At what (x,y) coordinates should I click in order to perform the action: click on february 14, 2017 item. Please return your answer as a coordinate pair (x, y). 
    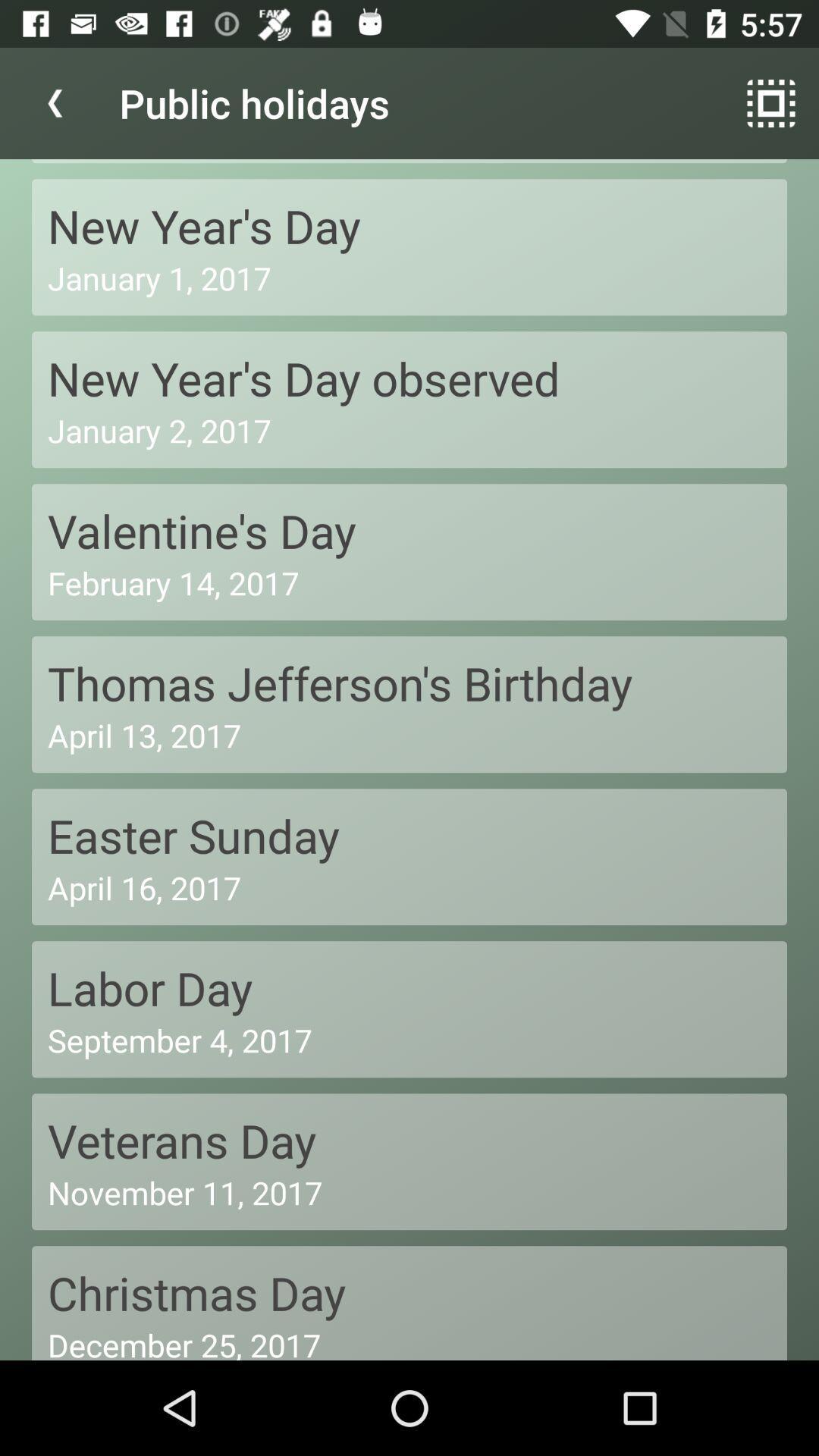
    Looking at the image, I should click on (409, 582).